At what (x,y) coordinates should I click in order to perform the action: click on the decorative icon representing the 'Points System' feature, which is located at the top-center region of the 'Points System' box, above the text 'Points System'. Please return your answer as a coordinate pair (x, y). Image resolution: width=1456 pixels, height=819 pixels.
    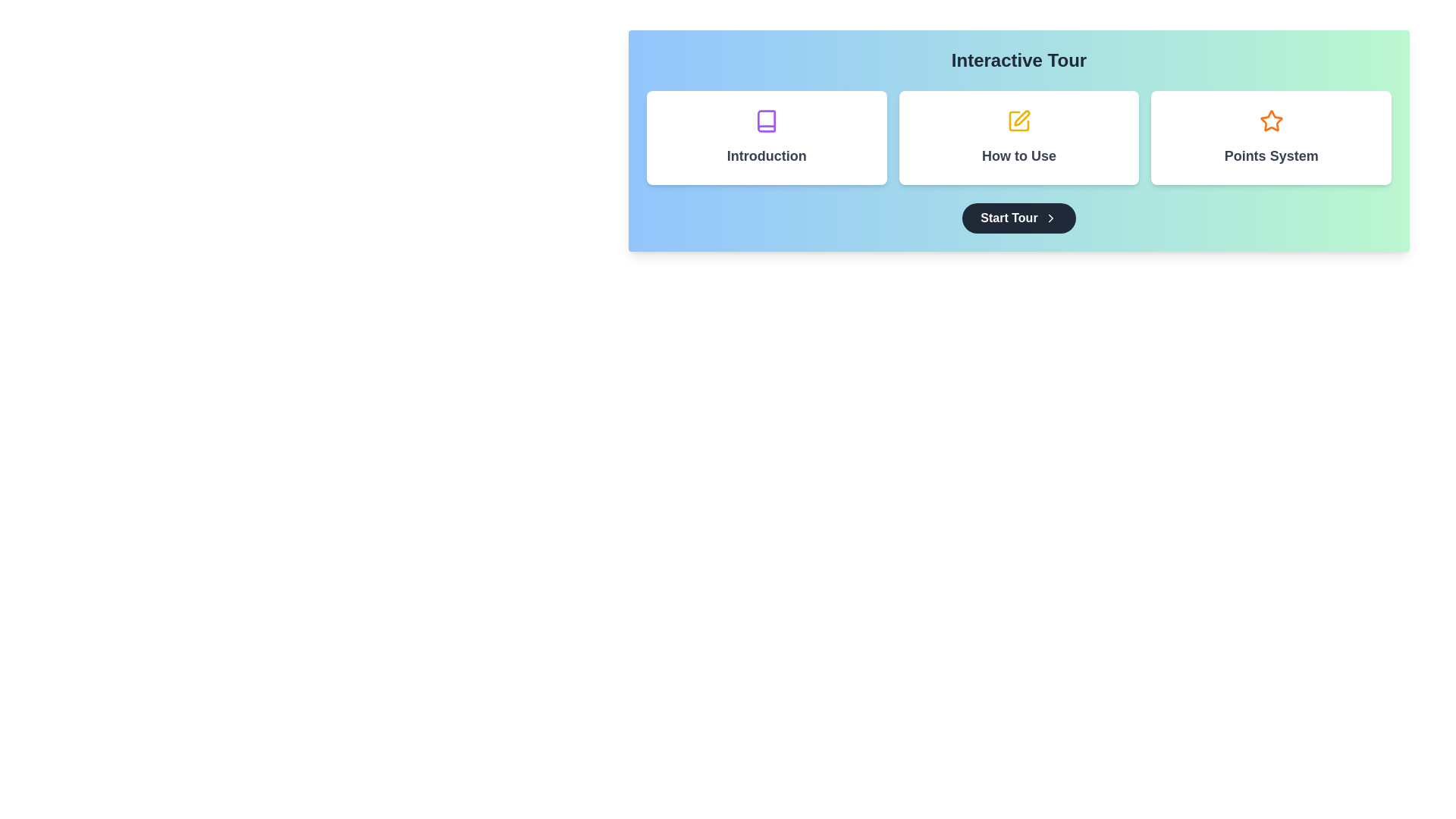
    Looking at the image, I should click on (1271, 120).